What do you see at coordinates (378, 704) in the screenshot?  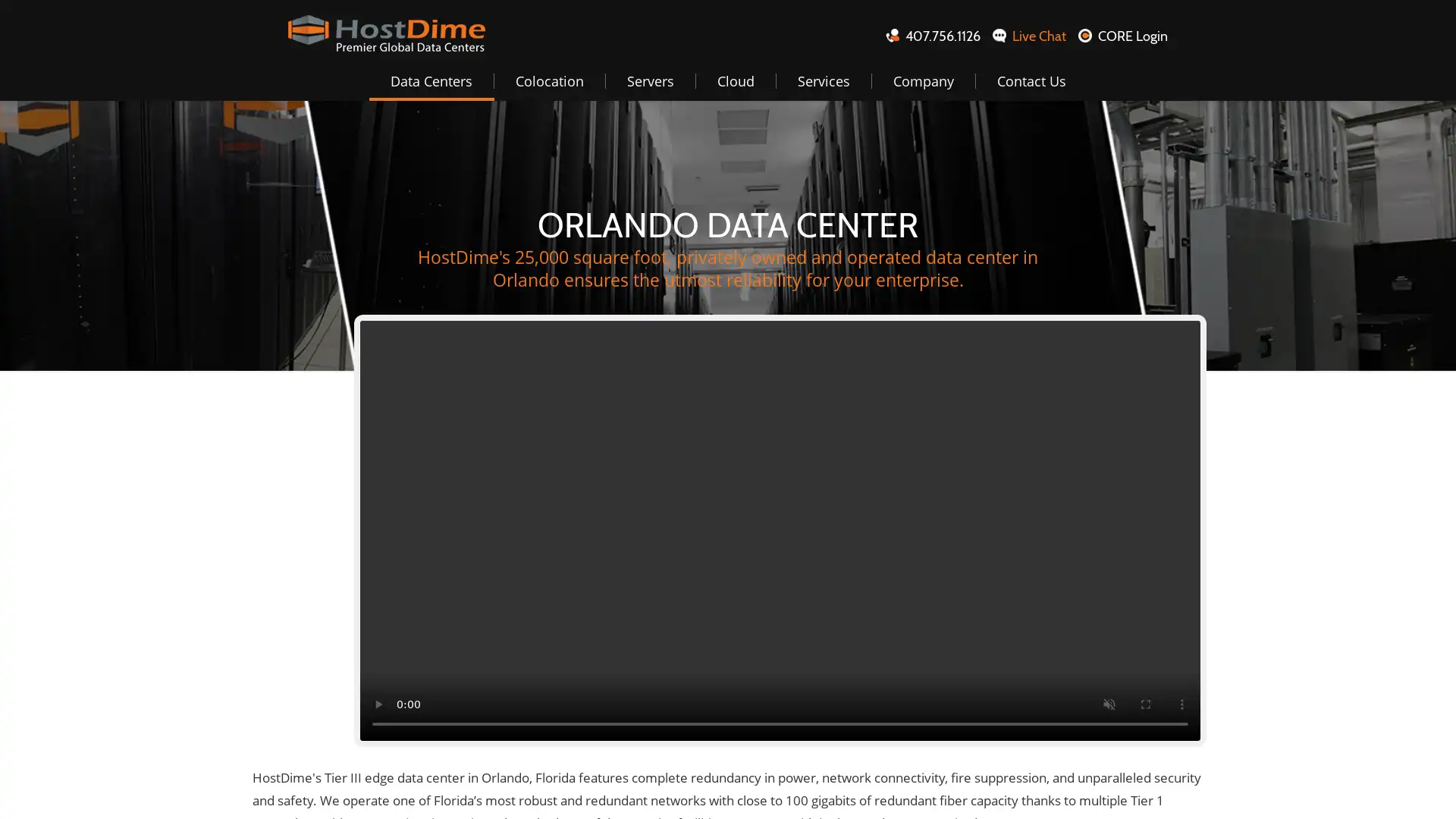 I see `play` at bounding box center [378, 704].